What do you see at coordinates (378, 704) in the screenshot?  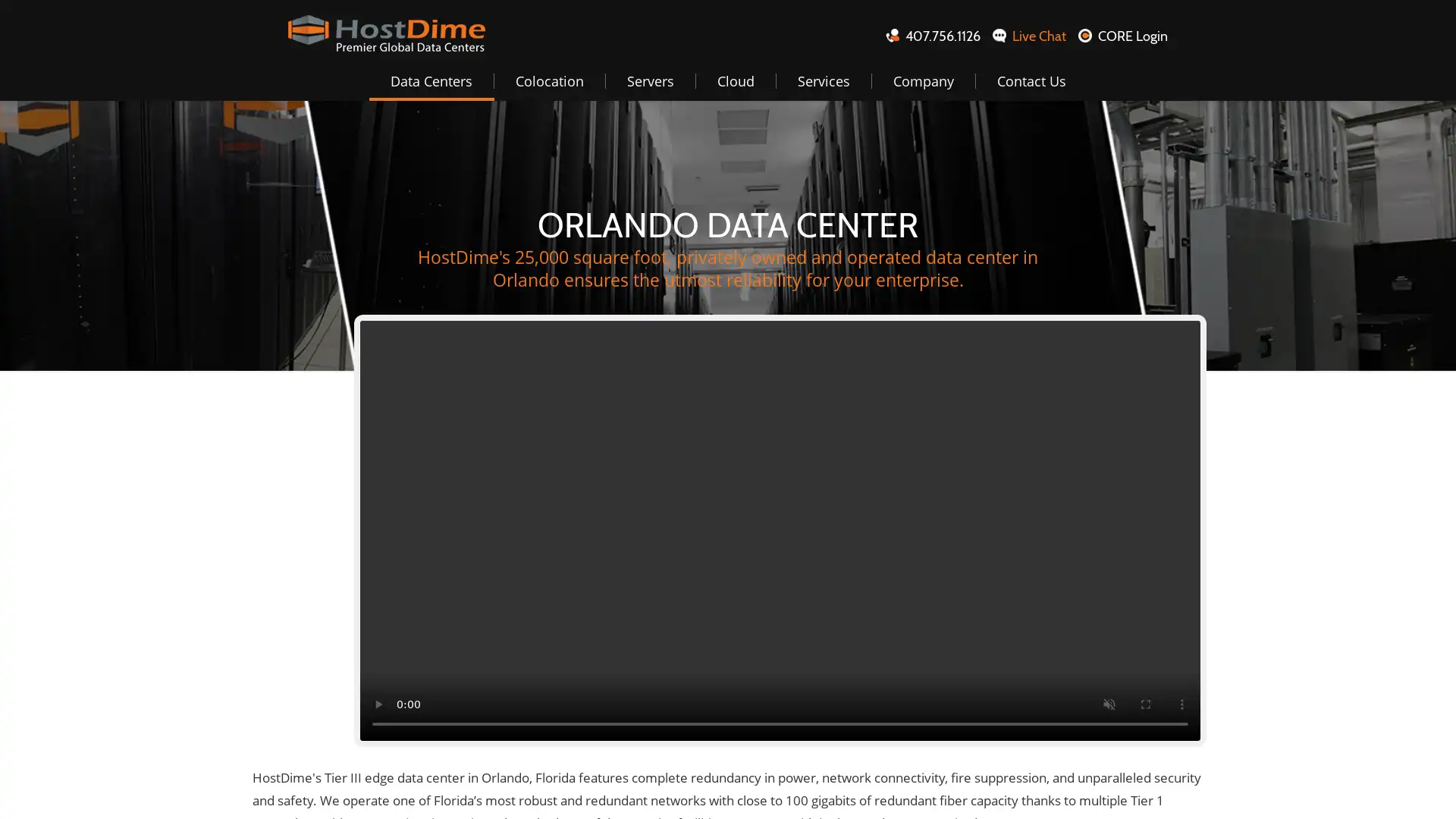 I see `play` at bounding box center [378, 704].